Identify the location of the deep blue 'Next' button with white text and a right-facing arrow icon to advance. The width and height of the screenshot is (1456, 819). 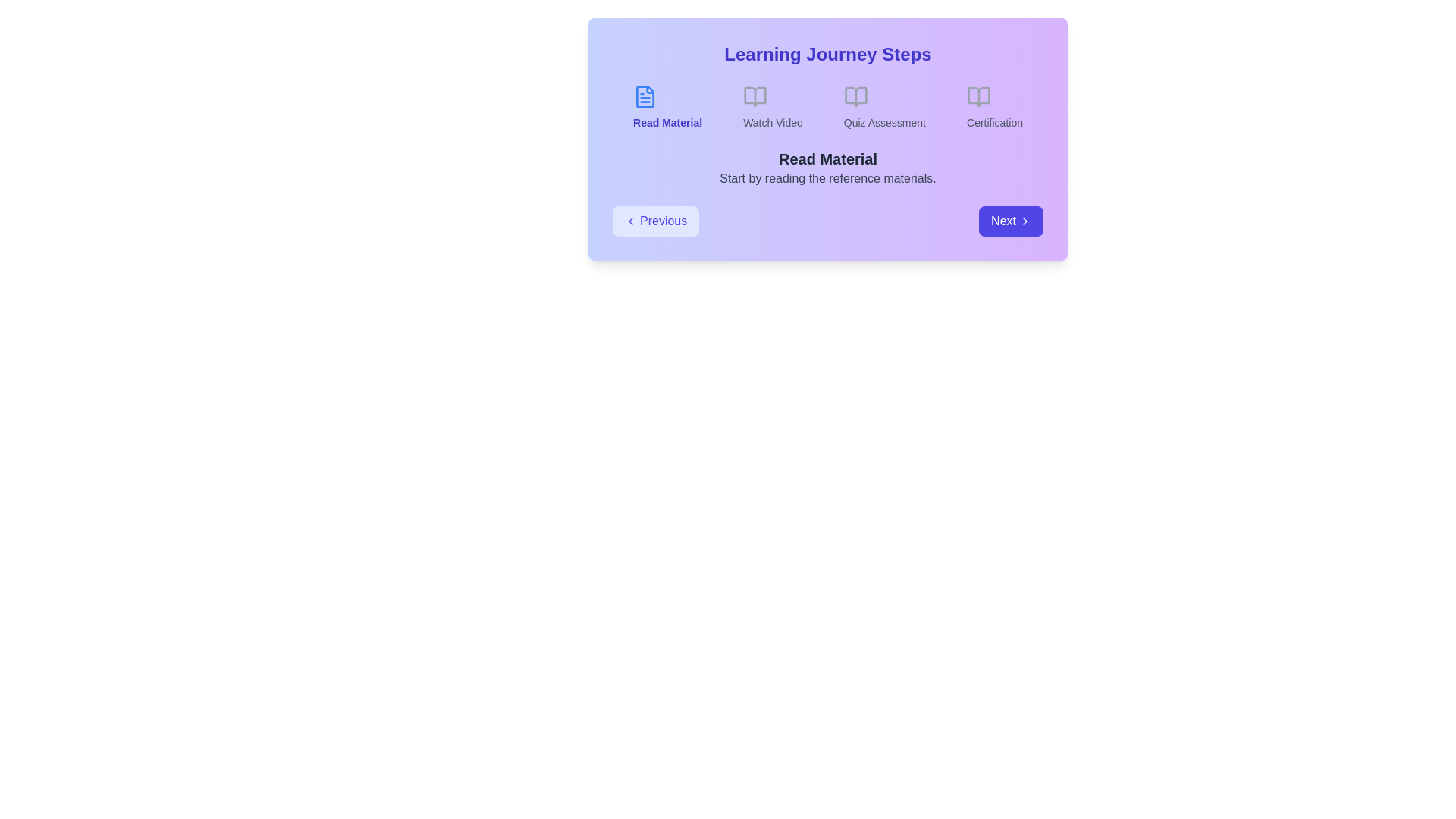
(1011, 221).